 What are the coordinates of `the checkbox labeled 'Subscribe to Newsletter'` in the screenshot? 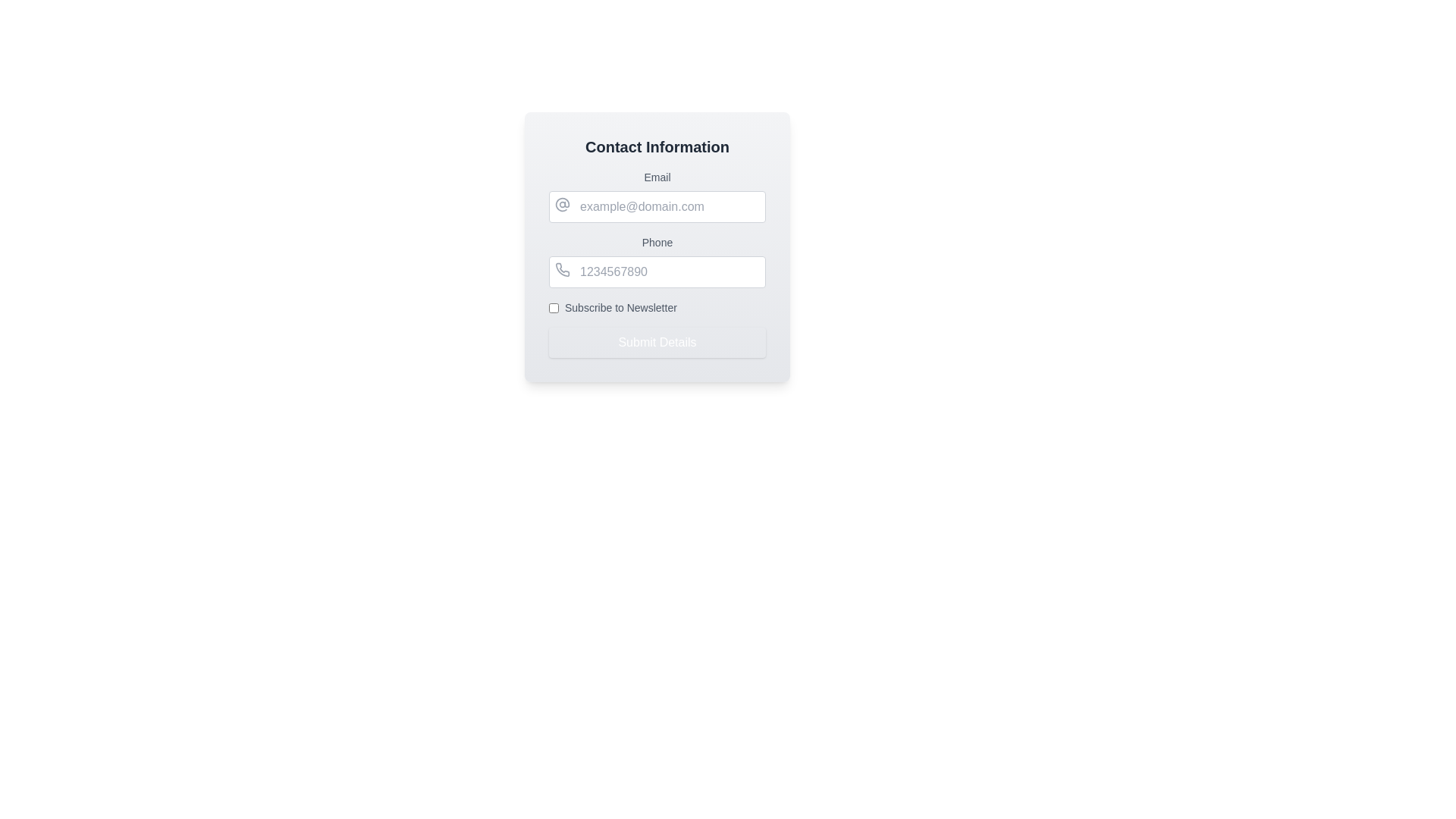 It's located at (657, 307).